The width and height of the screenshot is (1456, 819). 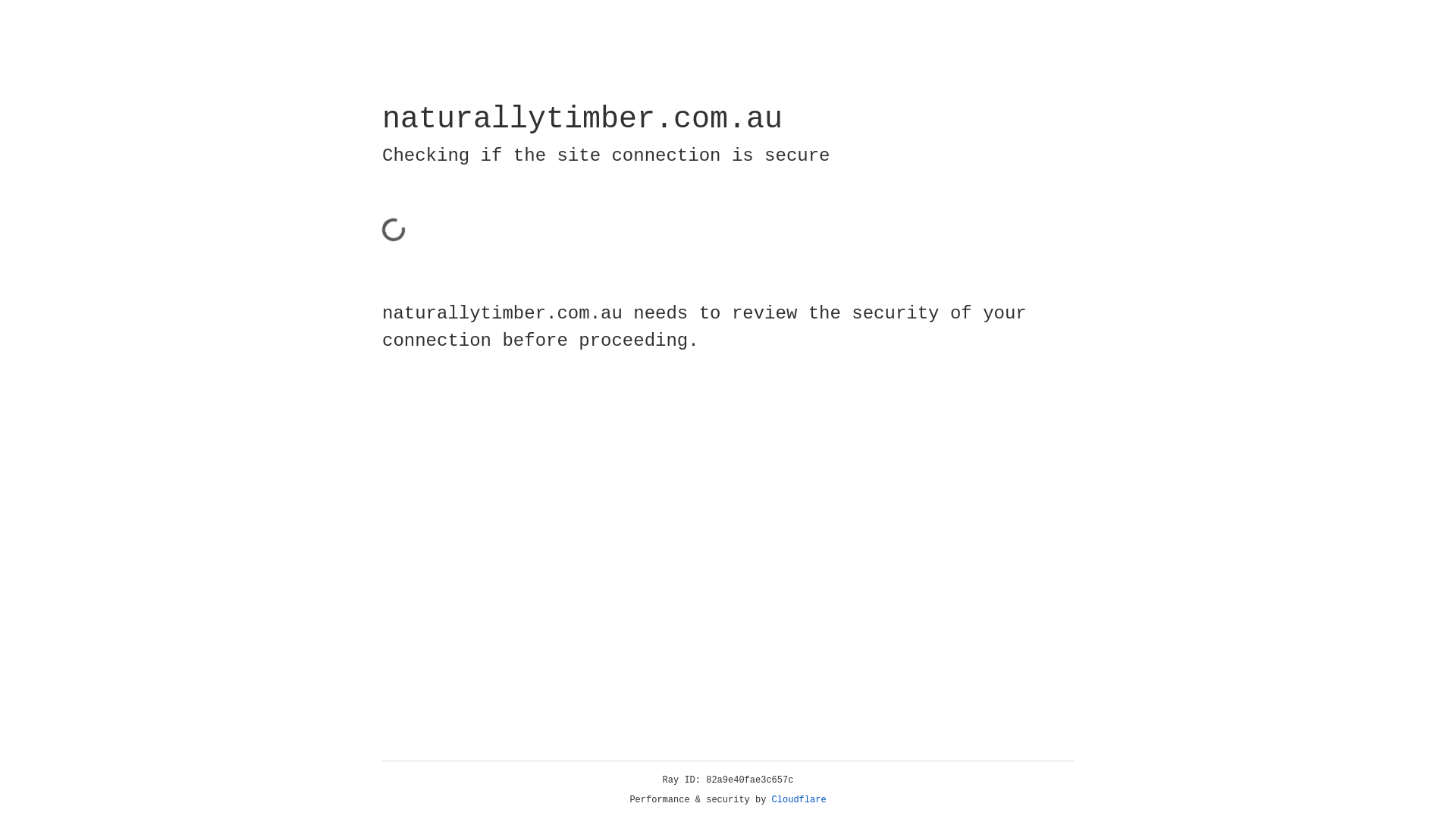 I want to click on 'Cloudflare', so click(x=799, y=799).